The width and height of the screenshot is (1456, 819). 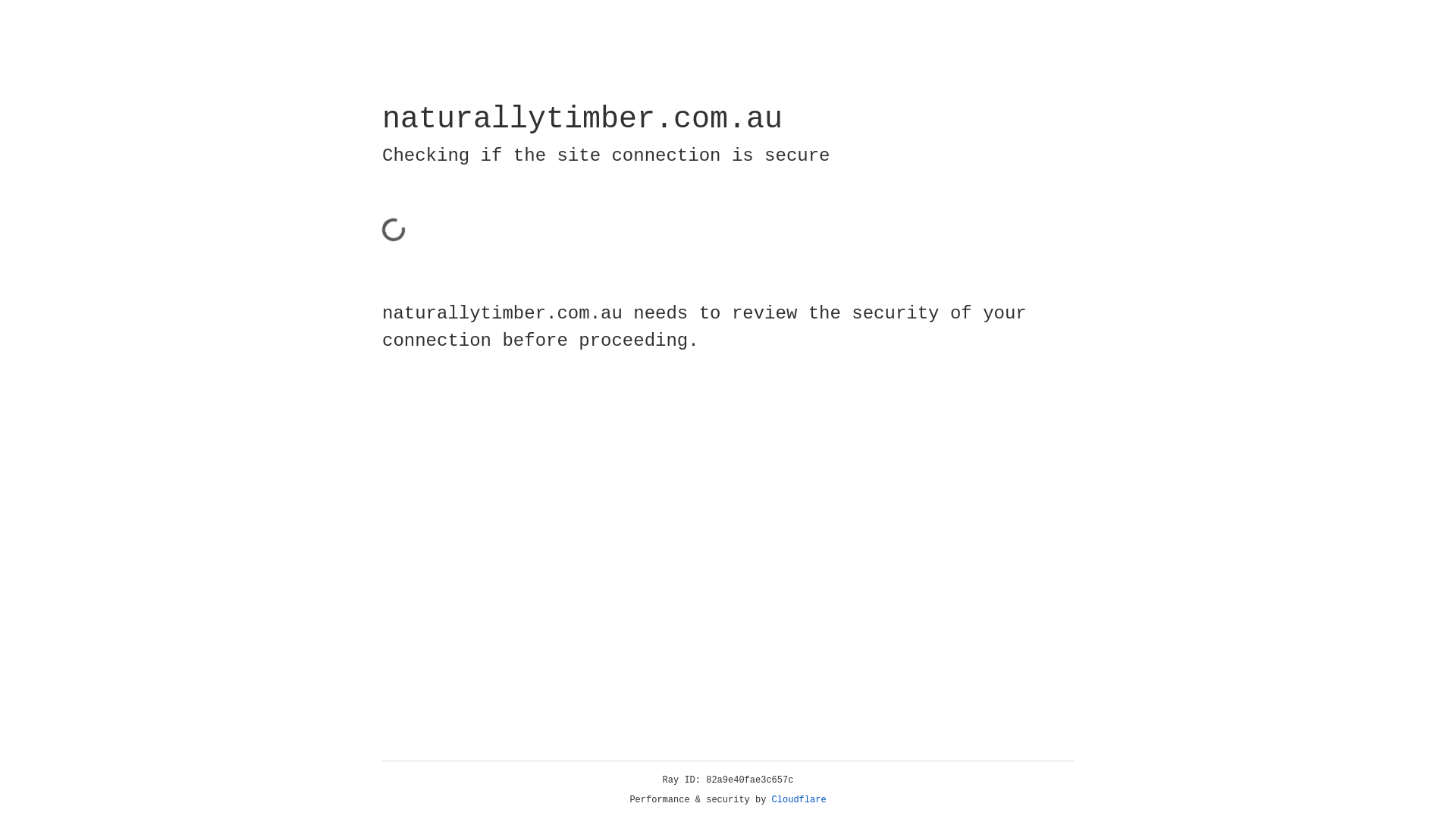 I want to click on 'Cloudflare', so click(x=799, y=799).